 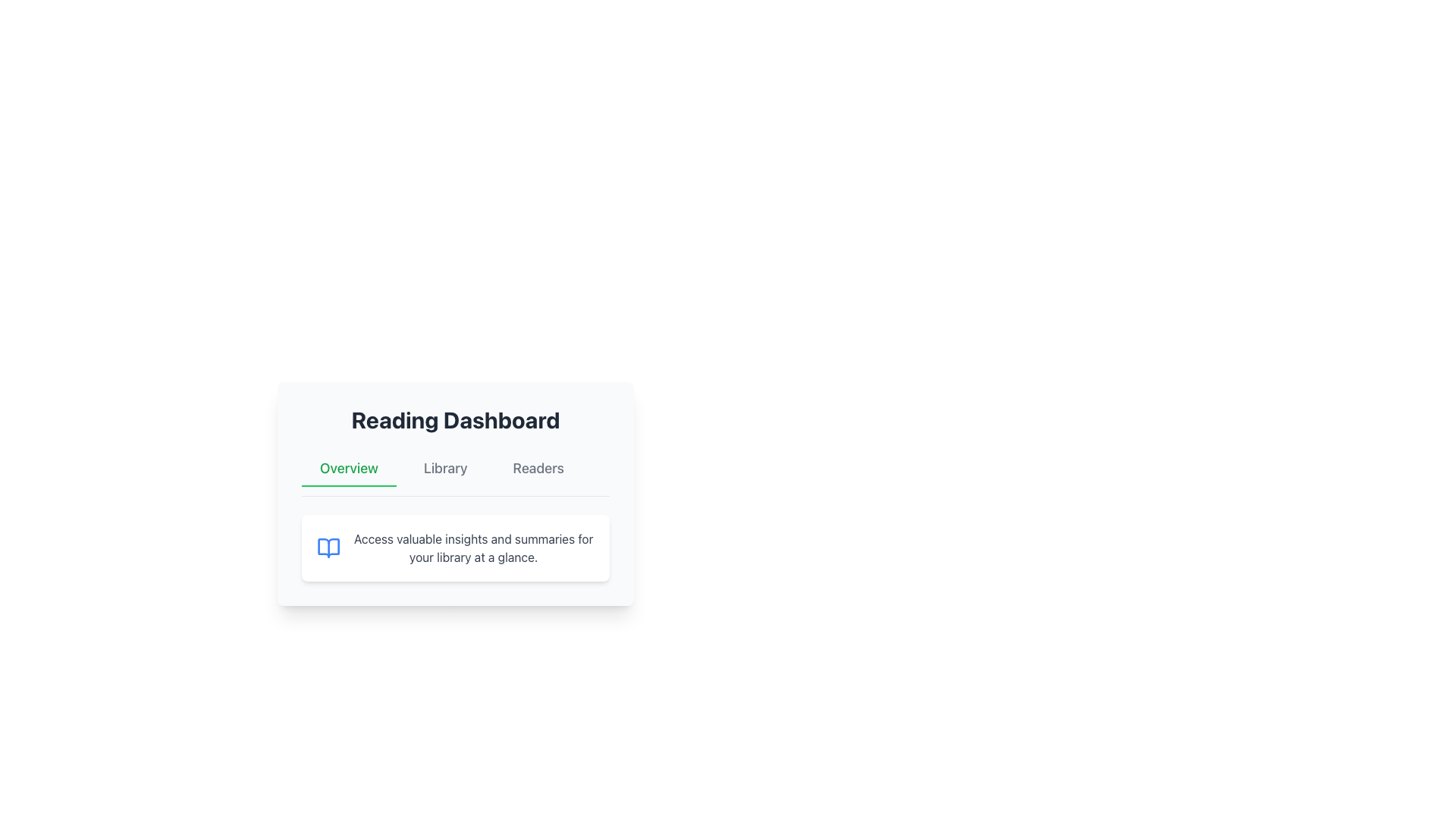 I want to click on the 'Overview' navigation tab, which is the first item in the horizontal navigation bar styled with a green border and text, located below the 'Reading Dashboard' heading, so click(x=348, y=468).